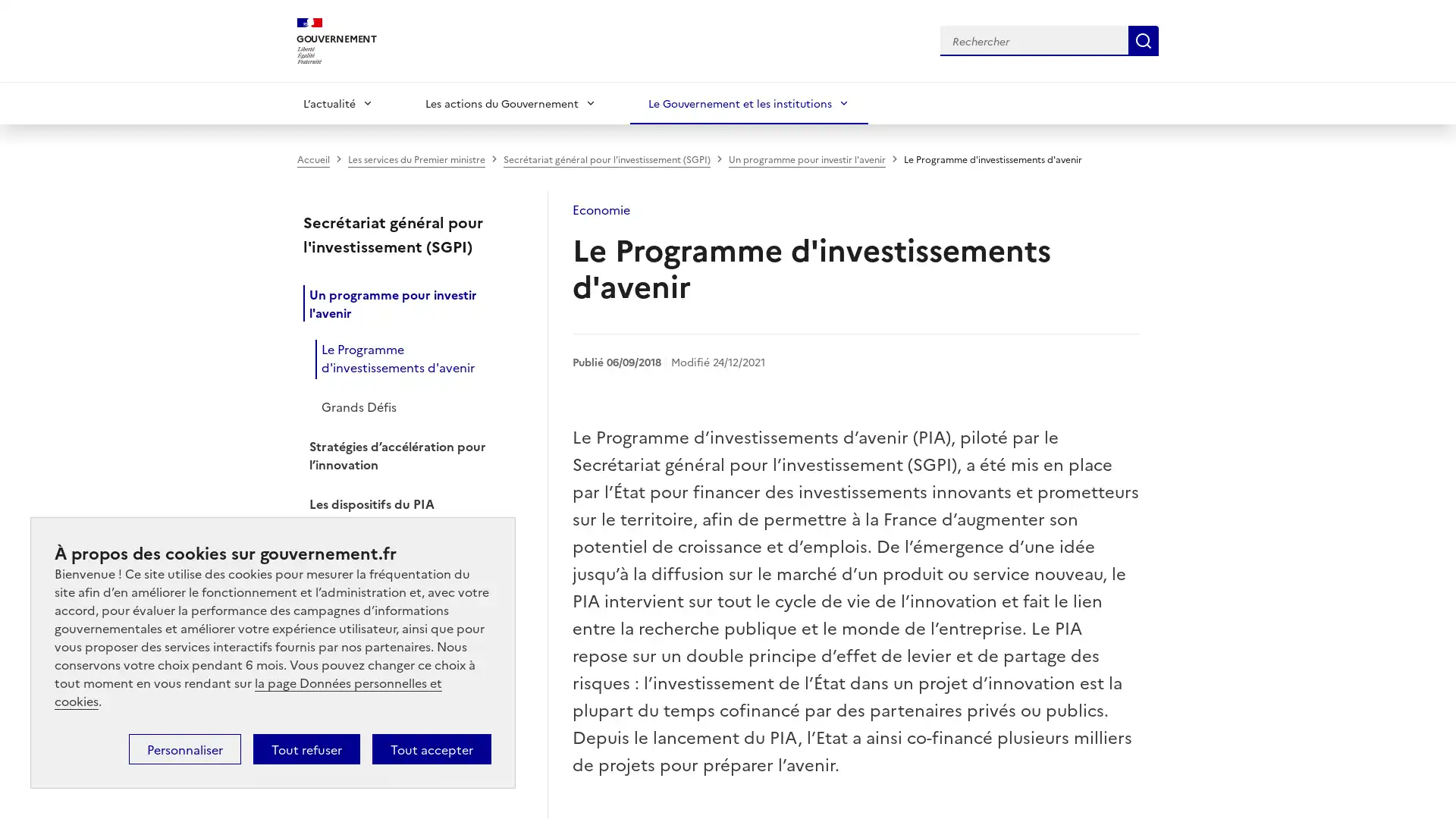 The height and width of the screenshot is (819, 1456). I want to click on Rechercher, so click(1143, 39).